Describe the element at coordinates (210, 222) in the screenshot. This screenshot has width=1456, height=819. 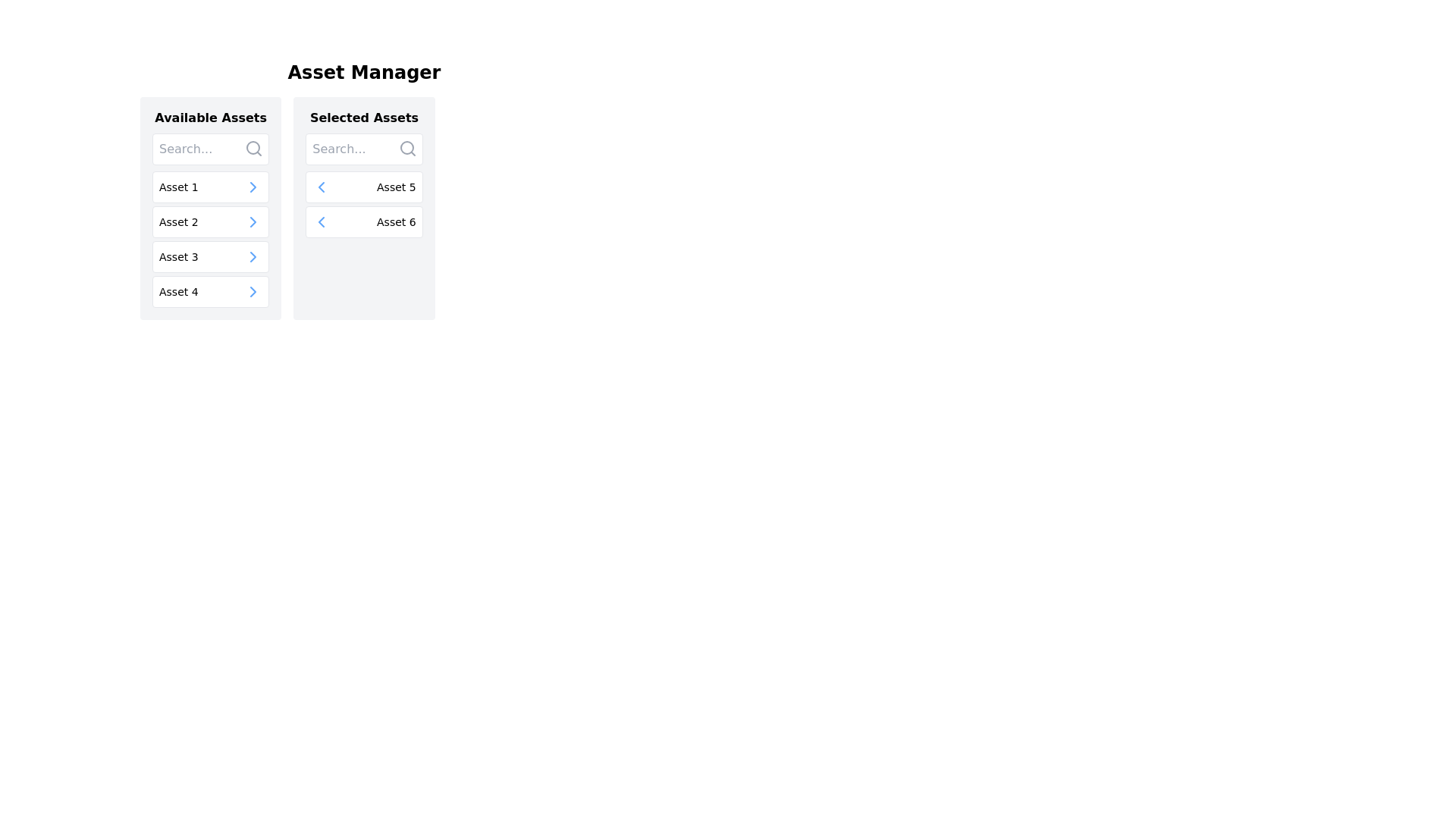
I see `the second selectable item in the 'Available Assets' list` at that location.